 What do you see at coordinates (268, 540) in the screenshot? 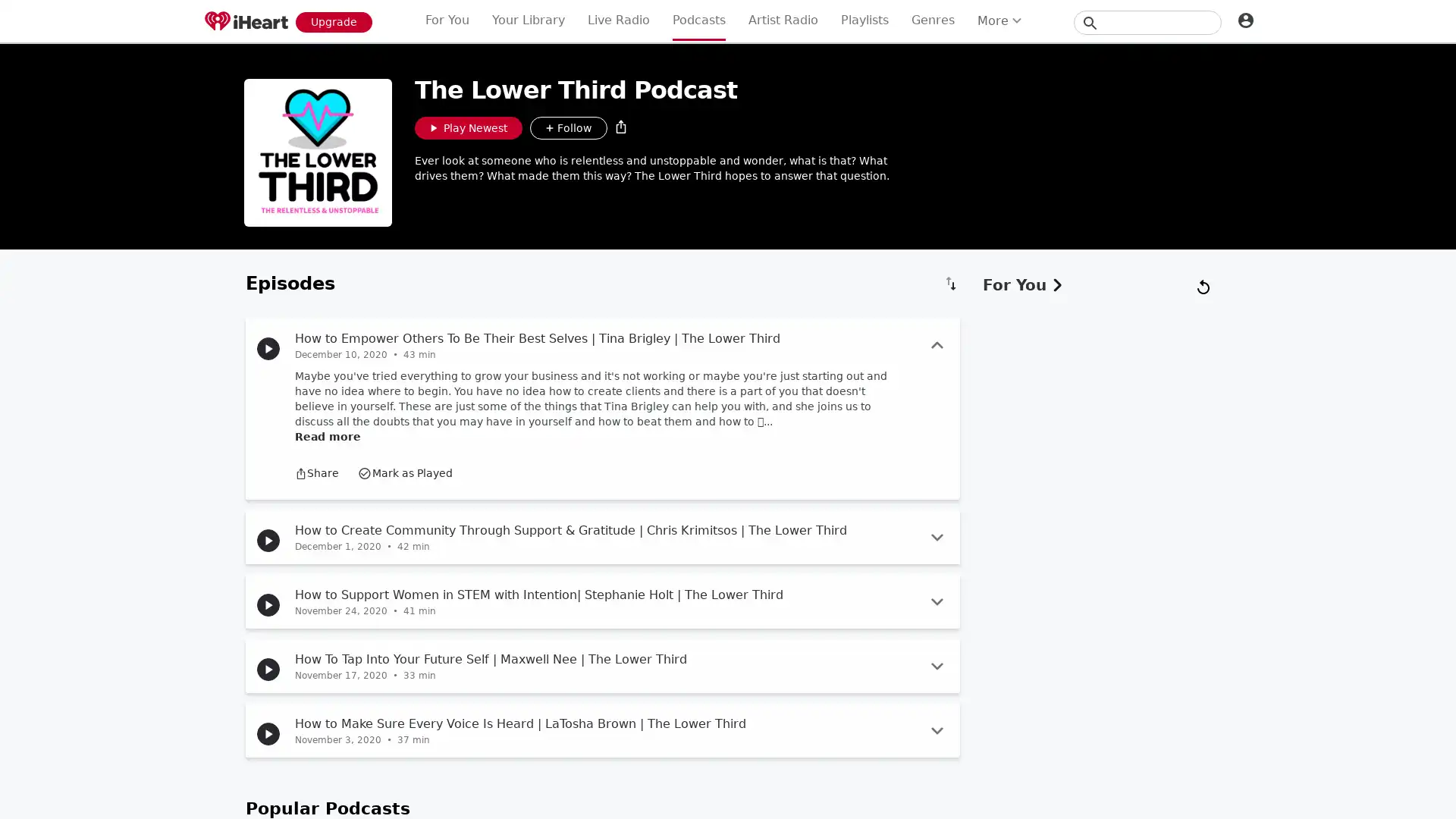
I see `Play` at bounding box center [268, 540].